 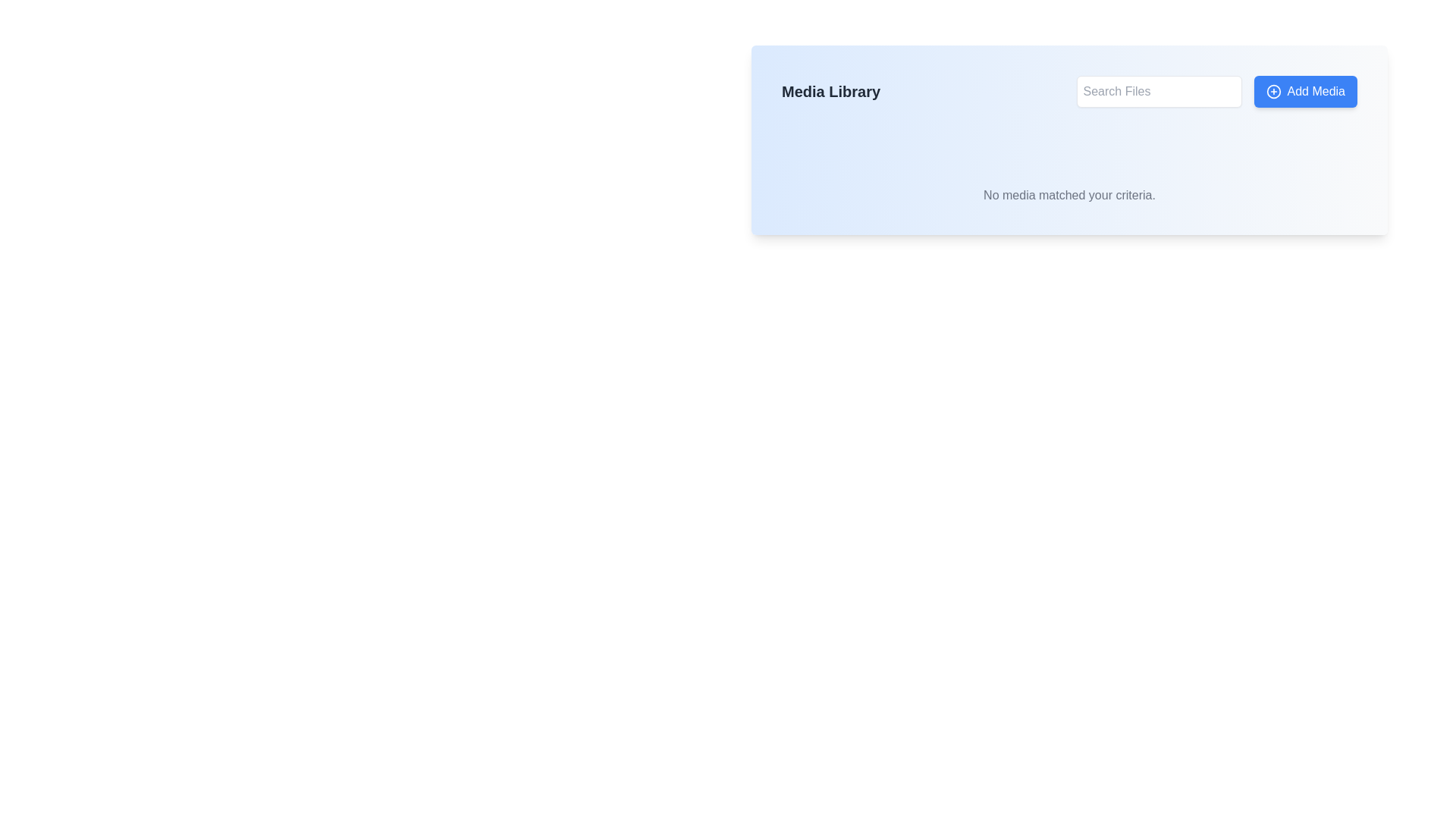 What do you see at coordinates (1315, 91) in the screenshot?
I see `the 'Add Media' text label within the button that has a blue background and white text` at bounding box center [1315, 91].